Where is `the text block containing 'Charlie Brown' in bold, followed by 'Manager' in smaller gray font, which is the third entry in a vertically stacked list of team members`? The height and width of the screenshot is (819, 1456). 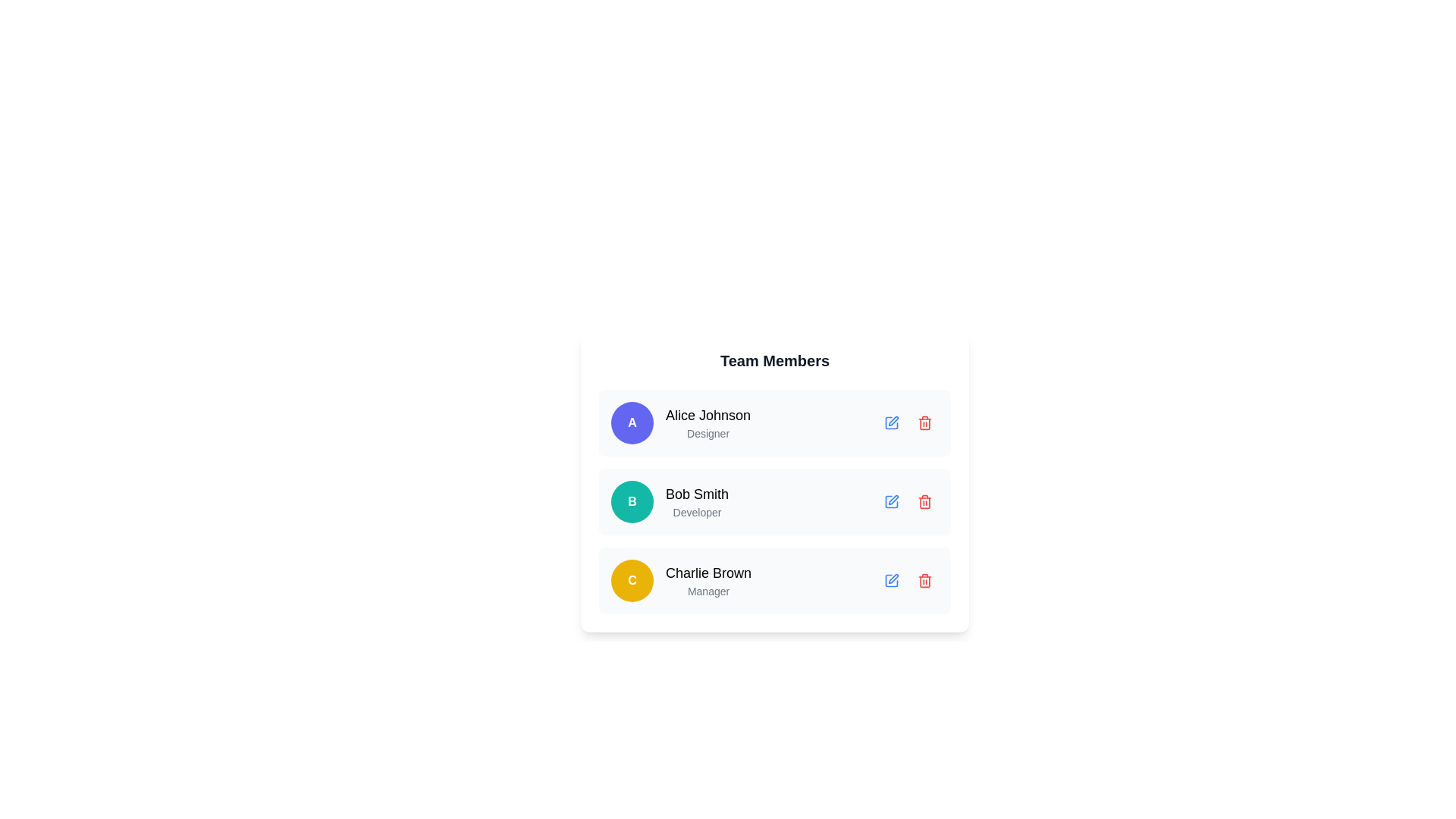
the text block containing 'Charlie Brown' in bold, followed by 'Manager' in smaller gray font, which is the third entry in a vertically stacked list of team members is located at coordinates (708, 580).